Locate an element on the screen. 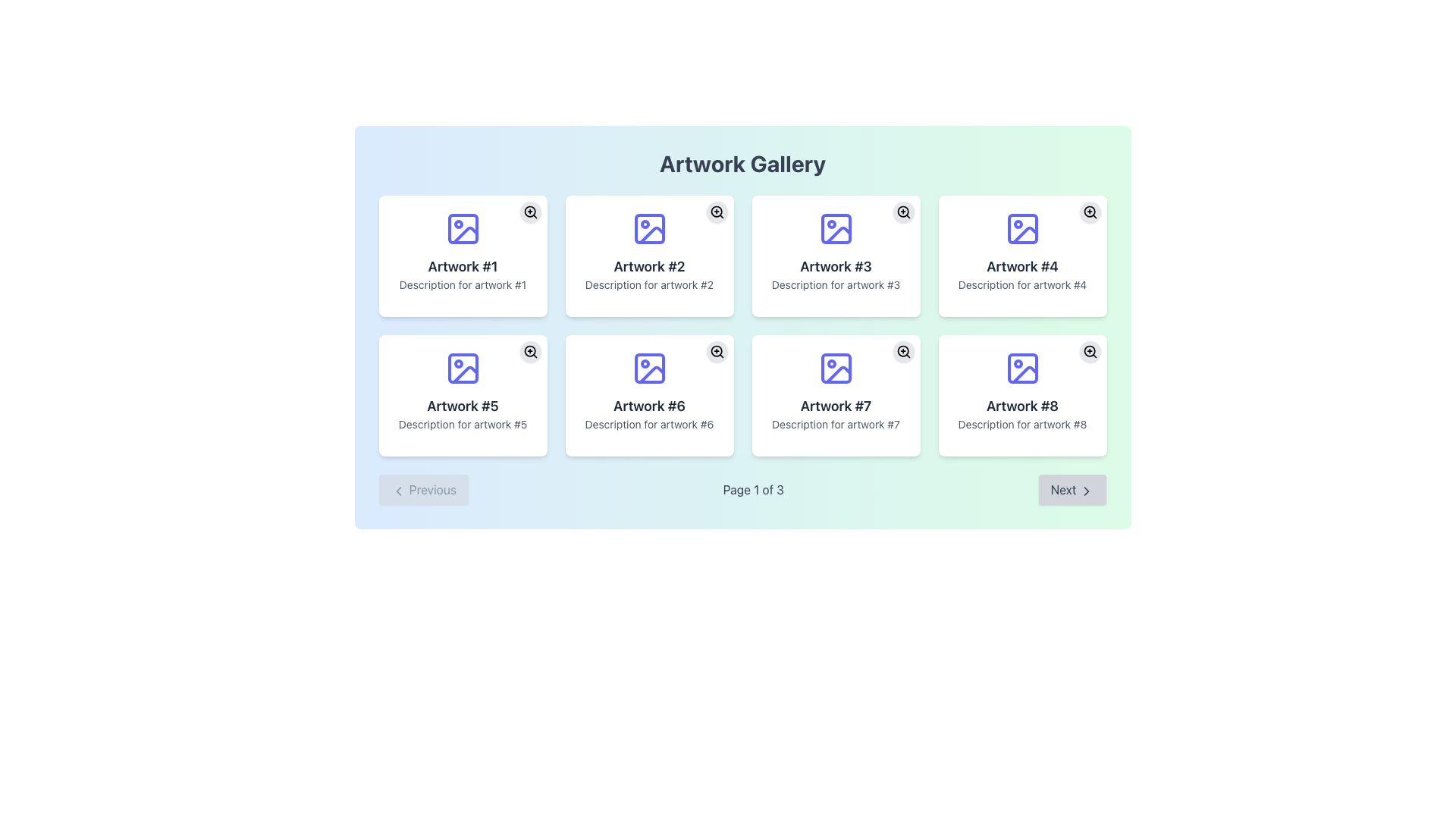 This screenshot has width=1456, height=819. the circular button with a light gray background and a magnifying glass icon located in the top-right corner of the 'Artwork #2' card is located at coordinates (716, 212).